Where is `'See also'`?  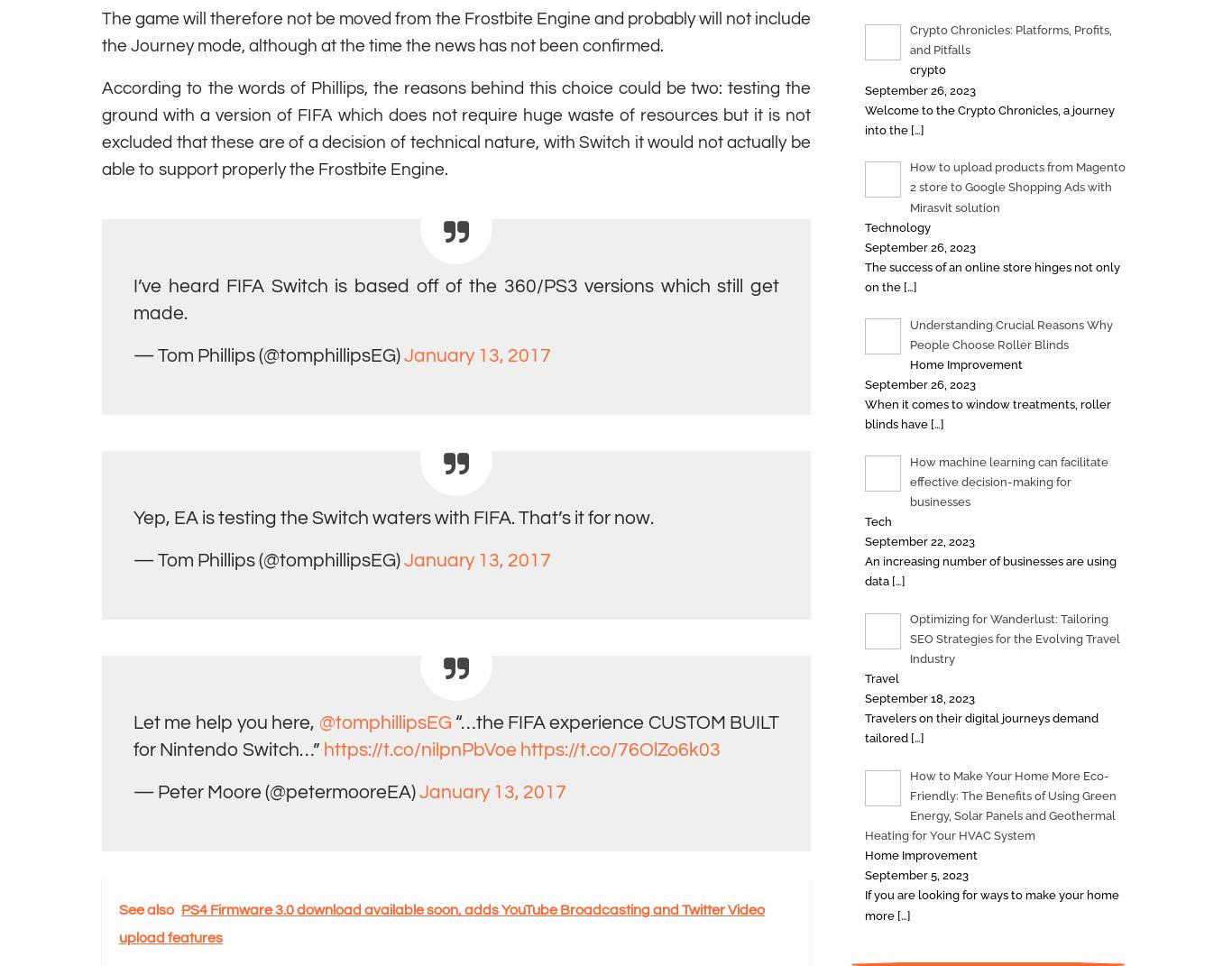 'See also' is located at coordinates (145, 909).